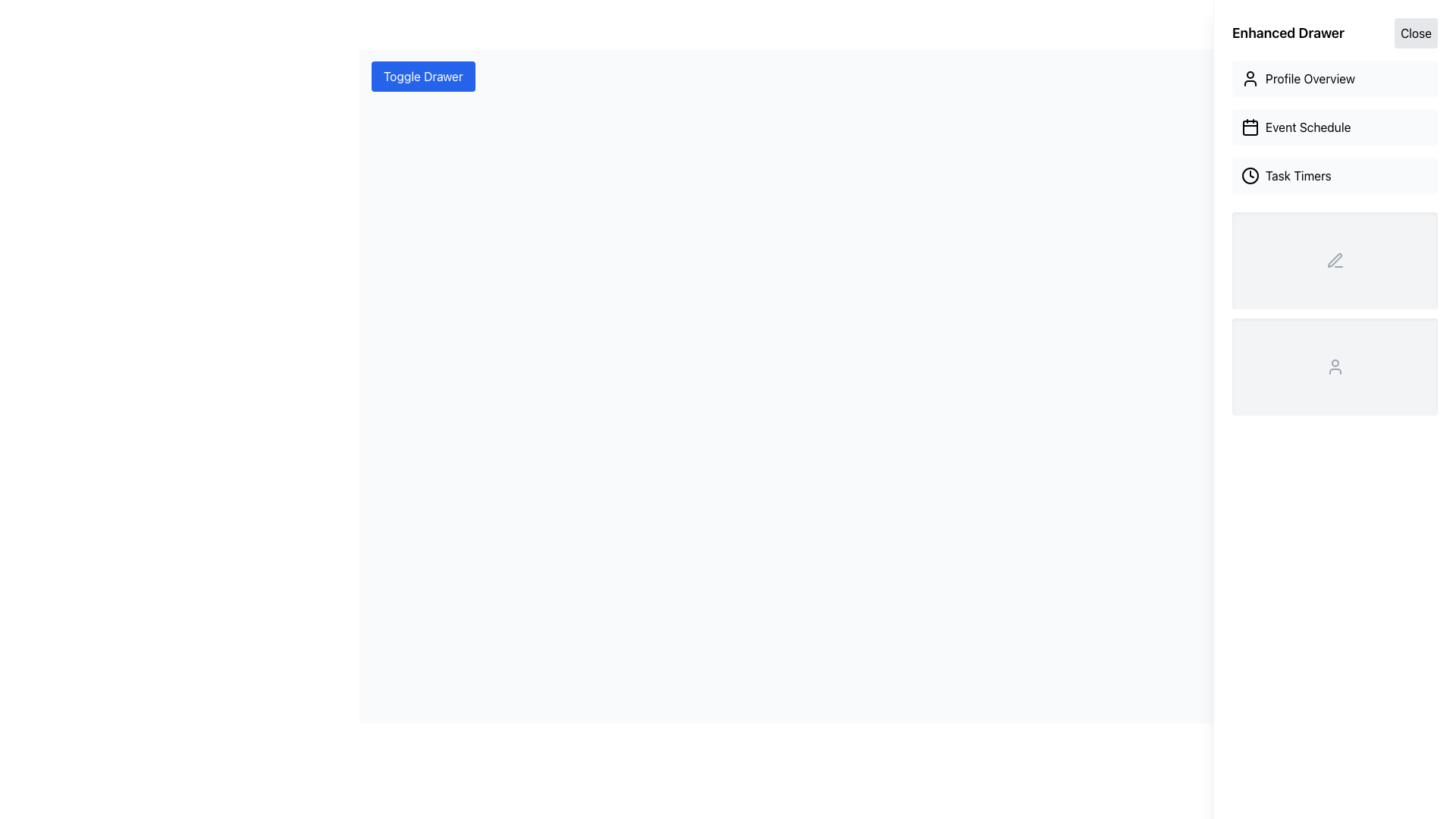  Describe the element at coordinates (1335, 259) in the screenshot. I see `the first rectangular block with a gray background containing a centered pen icon, located in the right-hand sidebar after the 'Task Timers' text item` at that location.